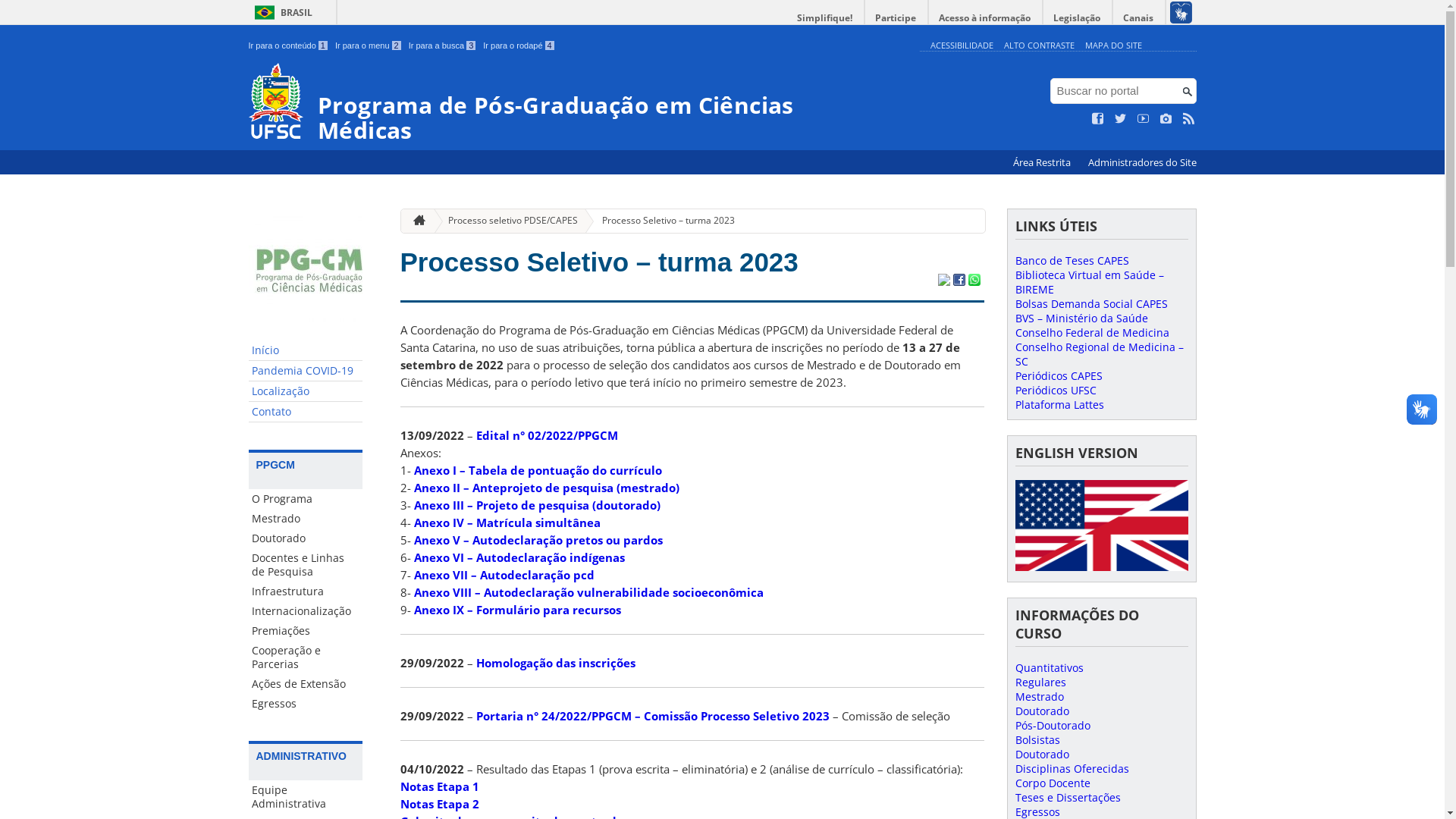 The image size is (1456, 819). Describe the element at coordinates (1090, 303) in the screenshot. I see `'Bolsas Demanda Social CAPES'` at that location.